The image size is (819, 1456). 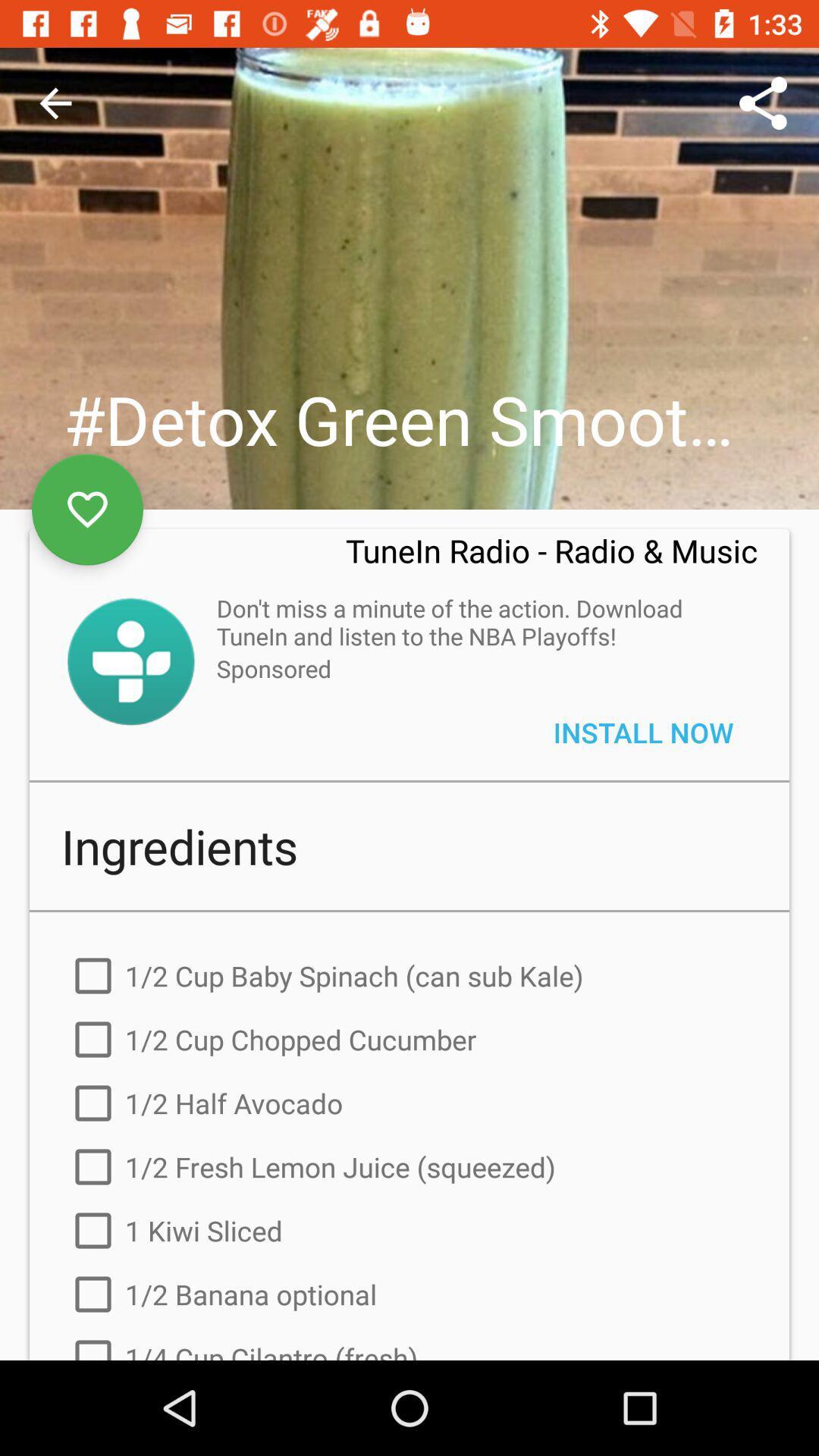 What do you see at coordinates (87, 510) in the screenshot?
I see `item next to tunein radio radio icon` at bounding box center [87, 510].